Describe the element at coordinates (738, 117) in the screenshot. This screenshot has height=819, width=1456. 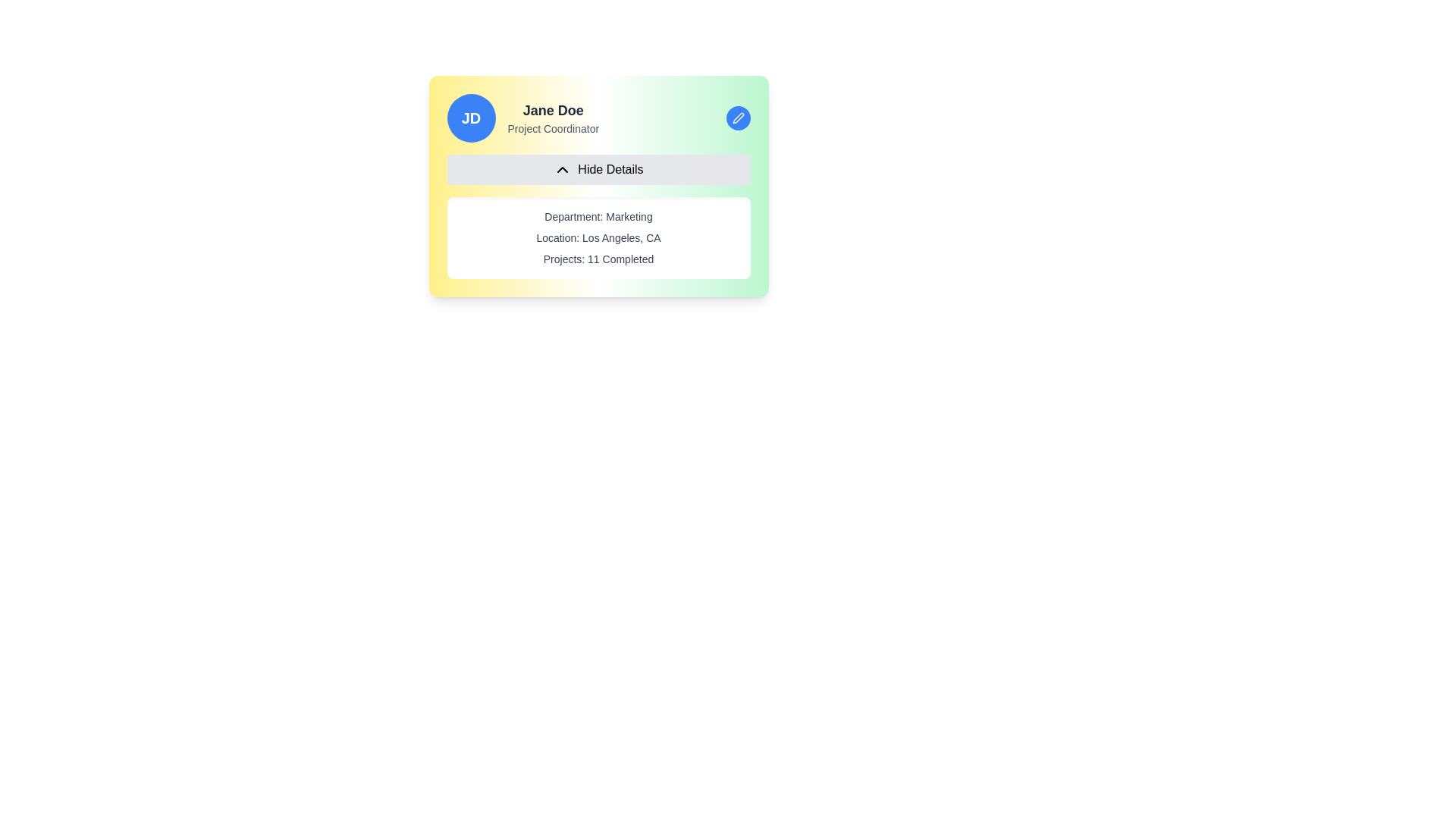
I see `the circular blue button with a white pencil icon located at the upper right corner of the profile card to initiate editing` at that location.